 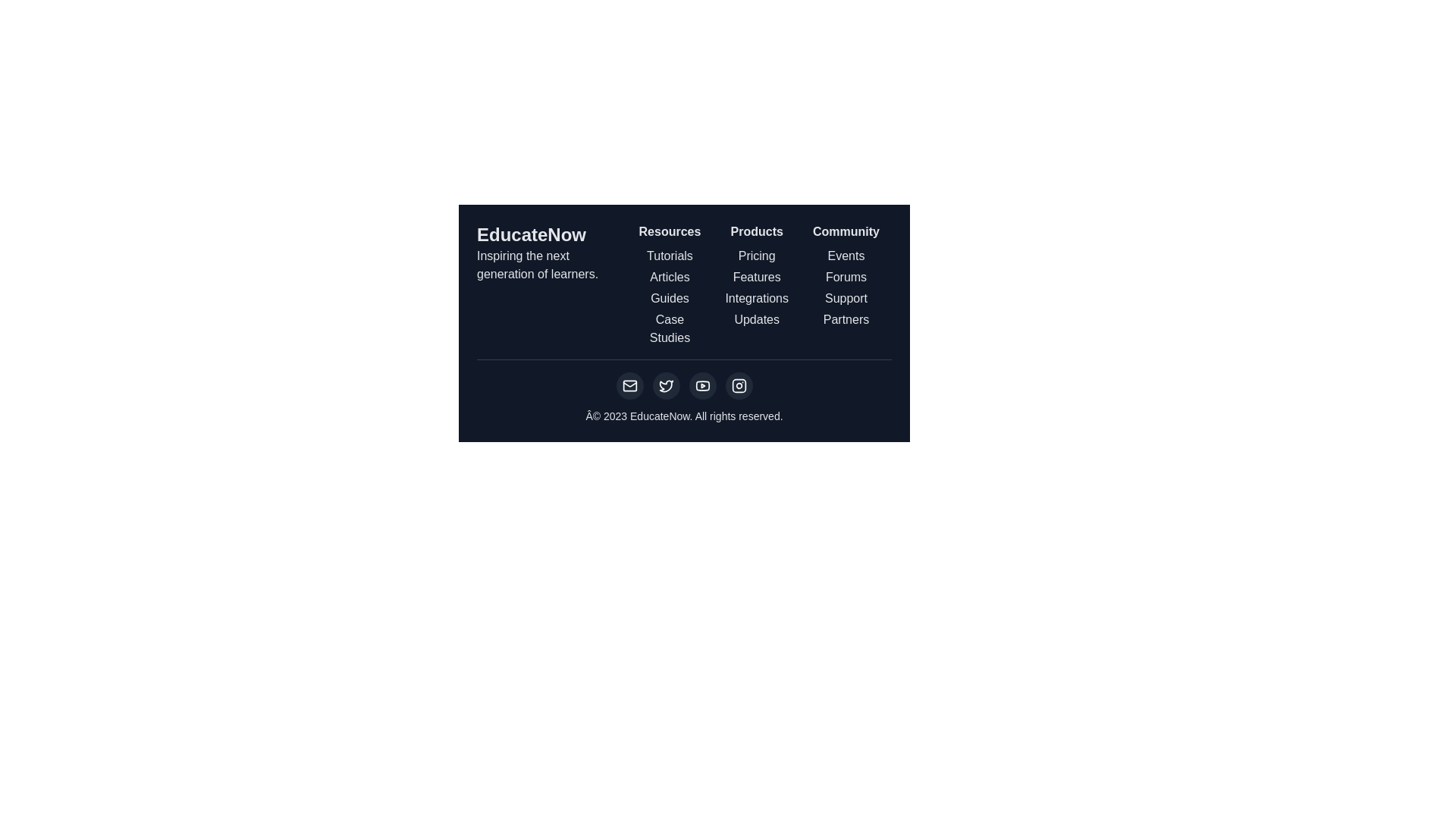 I want to click on the social media icons located in the footer section, which contains multiple circular button icons for services like mail, Twitter, YouTube, and Instagram, so click(x=683, y=391).